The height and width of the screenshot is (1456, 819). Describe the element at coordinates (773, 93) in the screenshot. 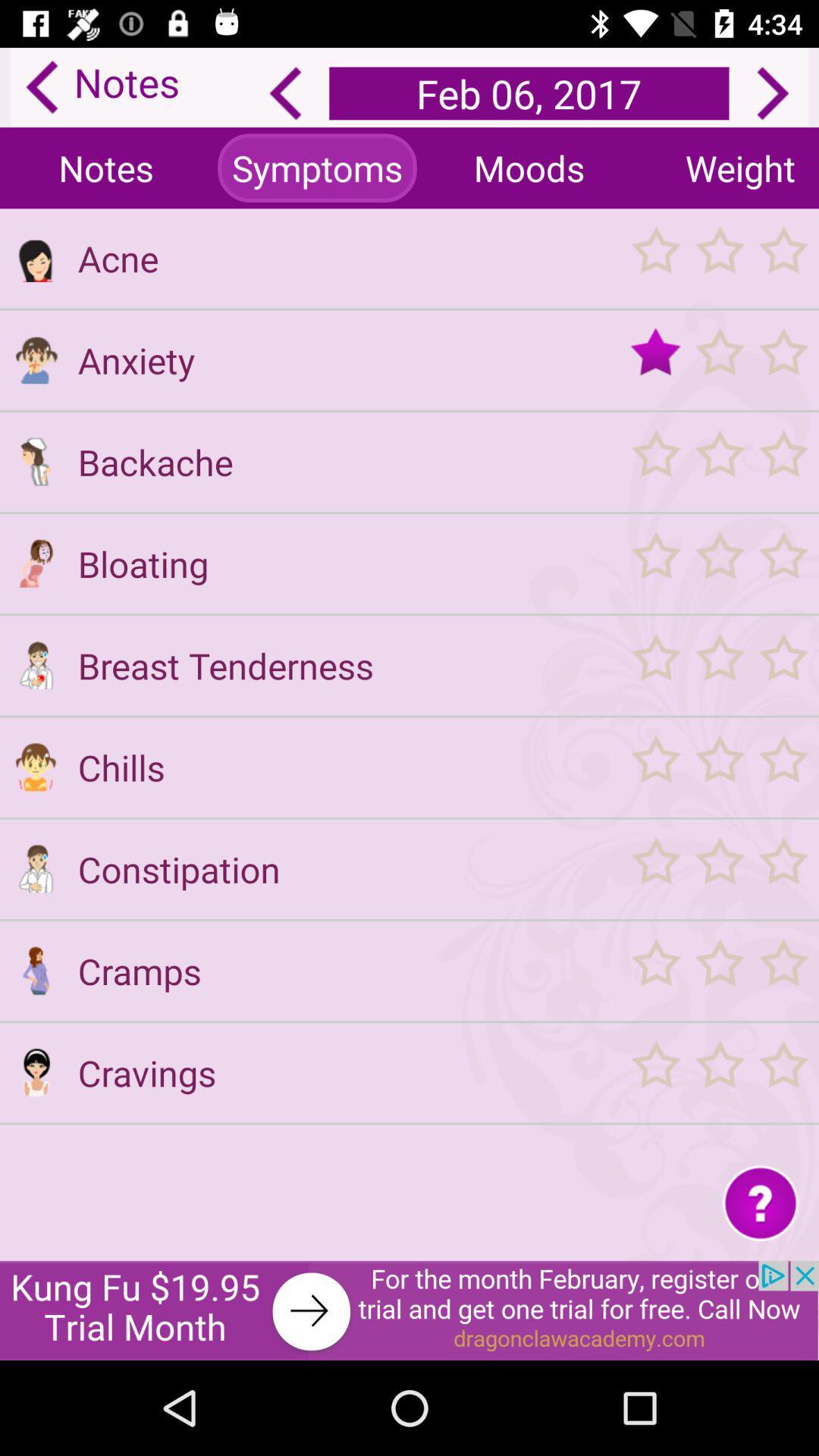

I see `next arrow` at that location.